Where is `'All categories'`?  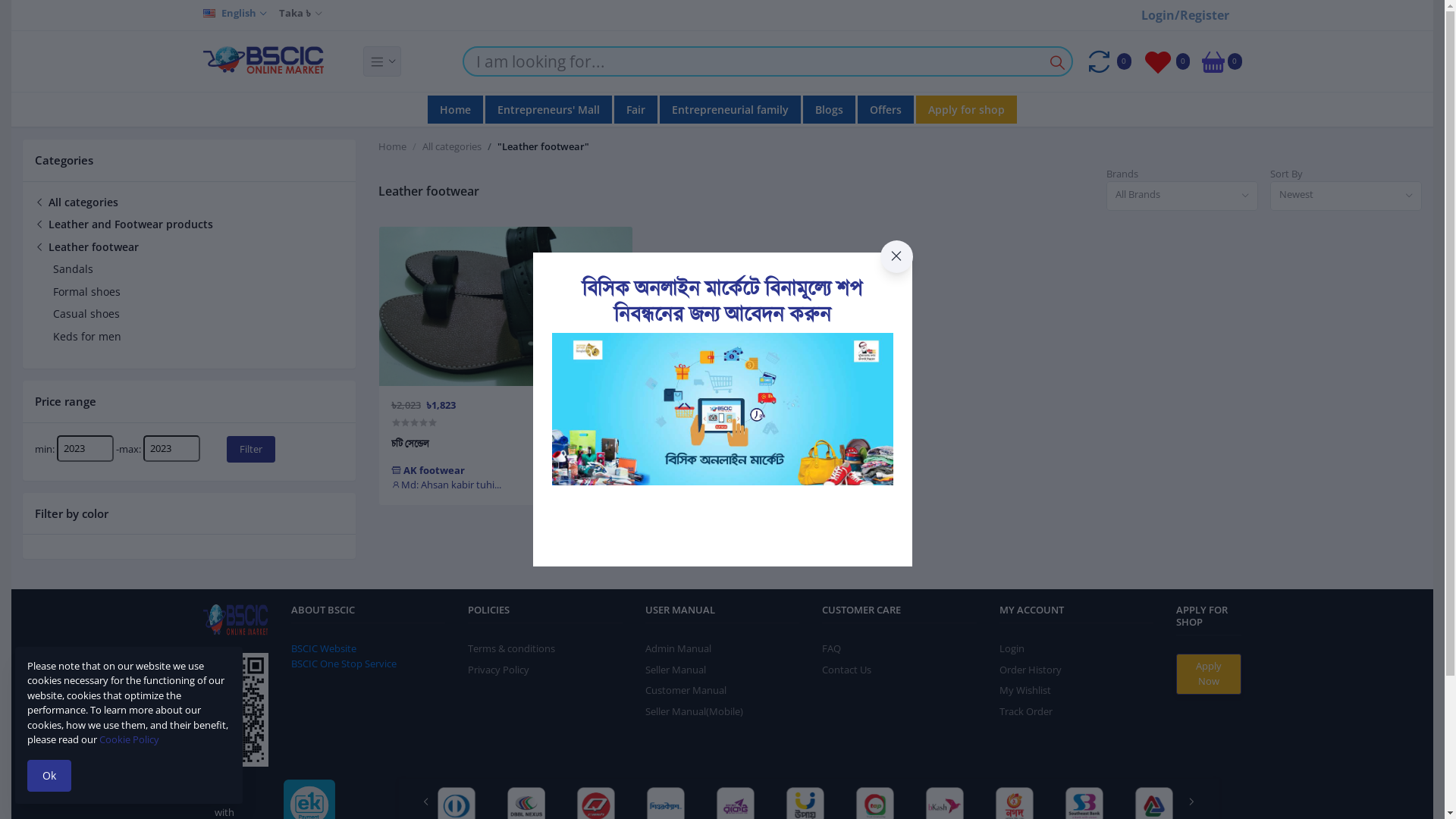
'All categories' is located at coordinates (450, 146).